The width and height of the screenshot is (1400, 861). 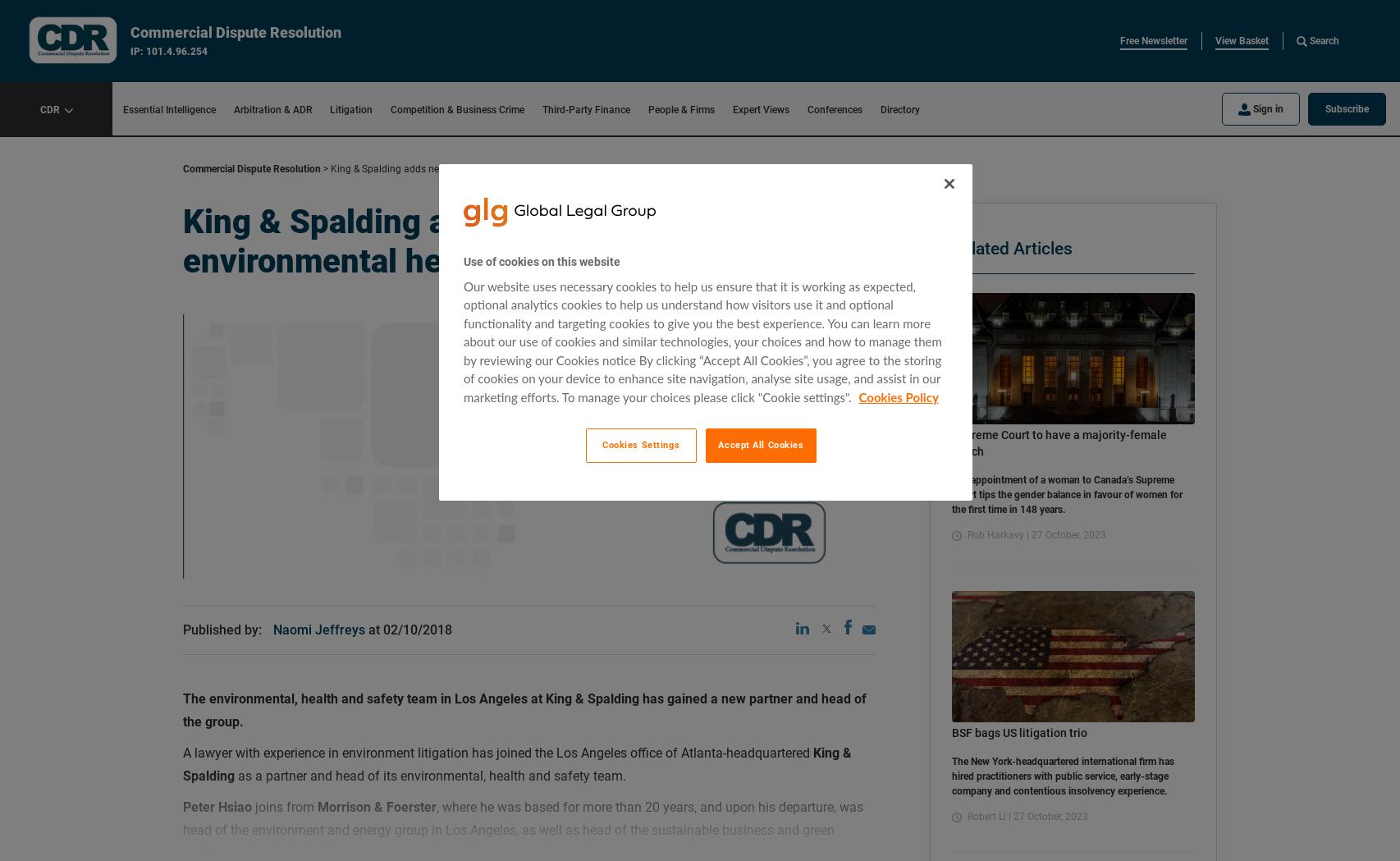 I want to click on 'Robert Li | 27 October, 2023', so click(x=964, y=815).